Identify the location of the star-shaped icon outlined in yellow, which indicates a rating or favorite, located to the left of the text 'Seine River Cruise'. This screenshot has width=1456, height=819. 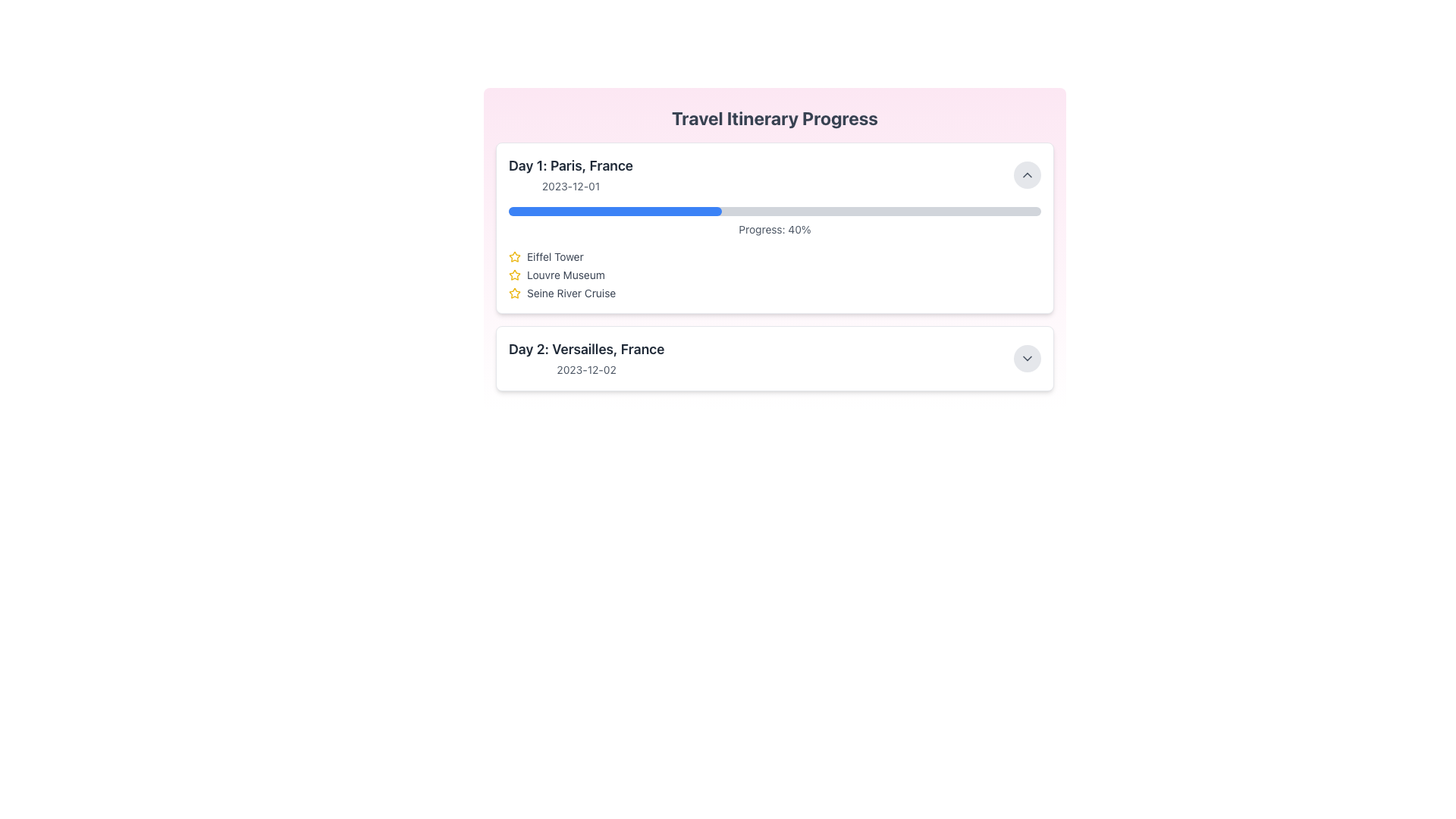
(514, 293).